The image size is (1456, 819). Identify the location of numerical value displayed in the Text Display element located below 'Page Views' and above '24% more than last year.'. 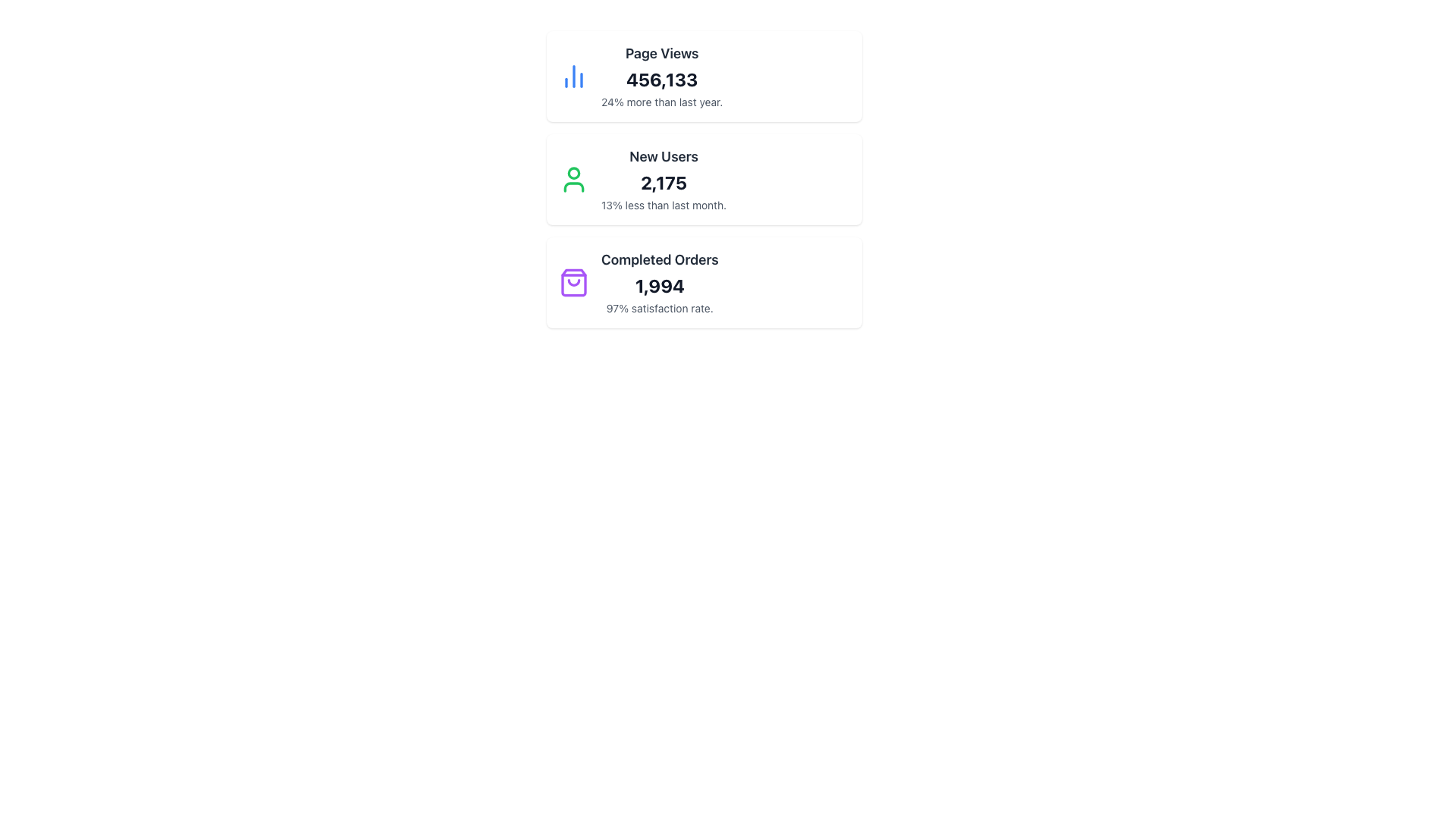
(662, 79).